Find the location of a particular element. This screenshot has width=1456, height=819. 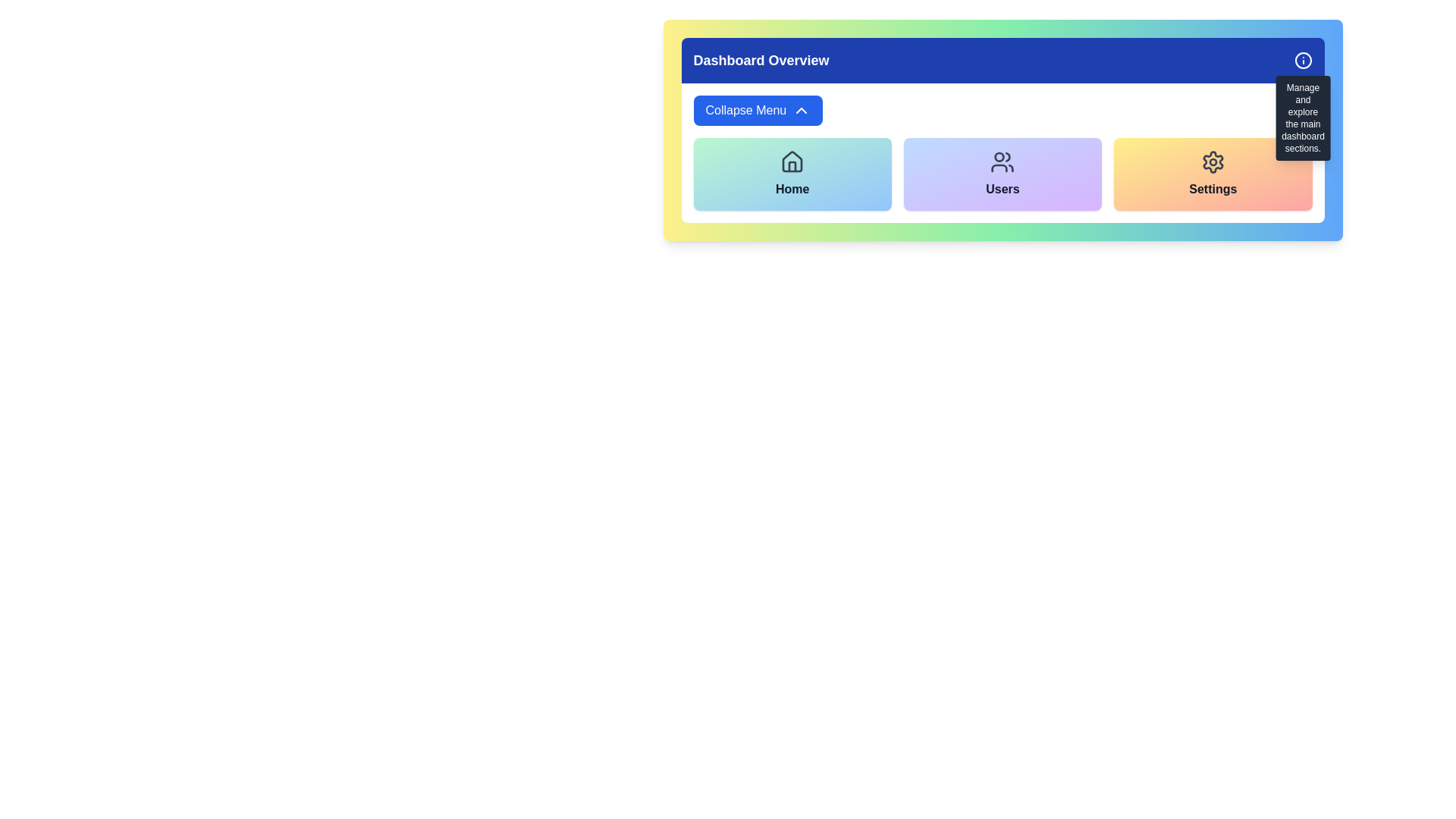

the third button in the grid layout that opens the 'Settings' section is located at coordinates (1212, 174).